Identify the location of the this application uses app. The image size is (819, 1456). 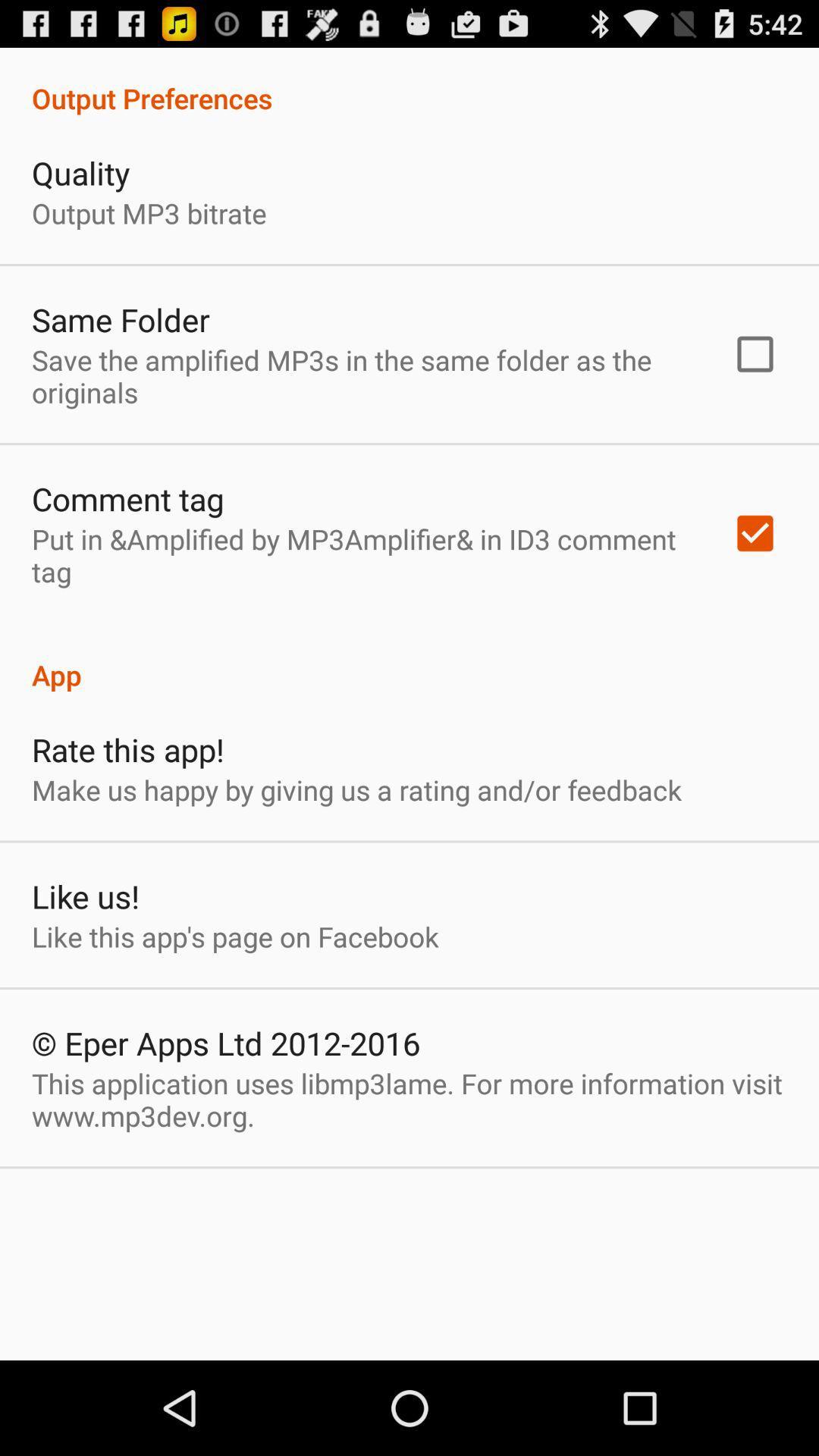
(409, 1100).